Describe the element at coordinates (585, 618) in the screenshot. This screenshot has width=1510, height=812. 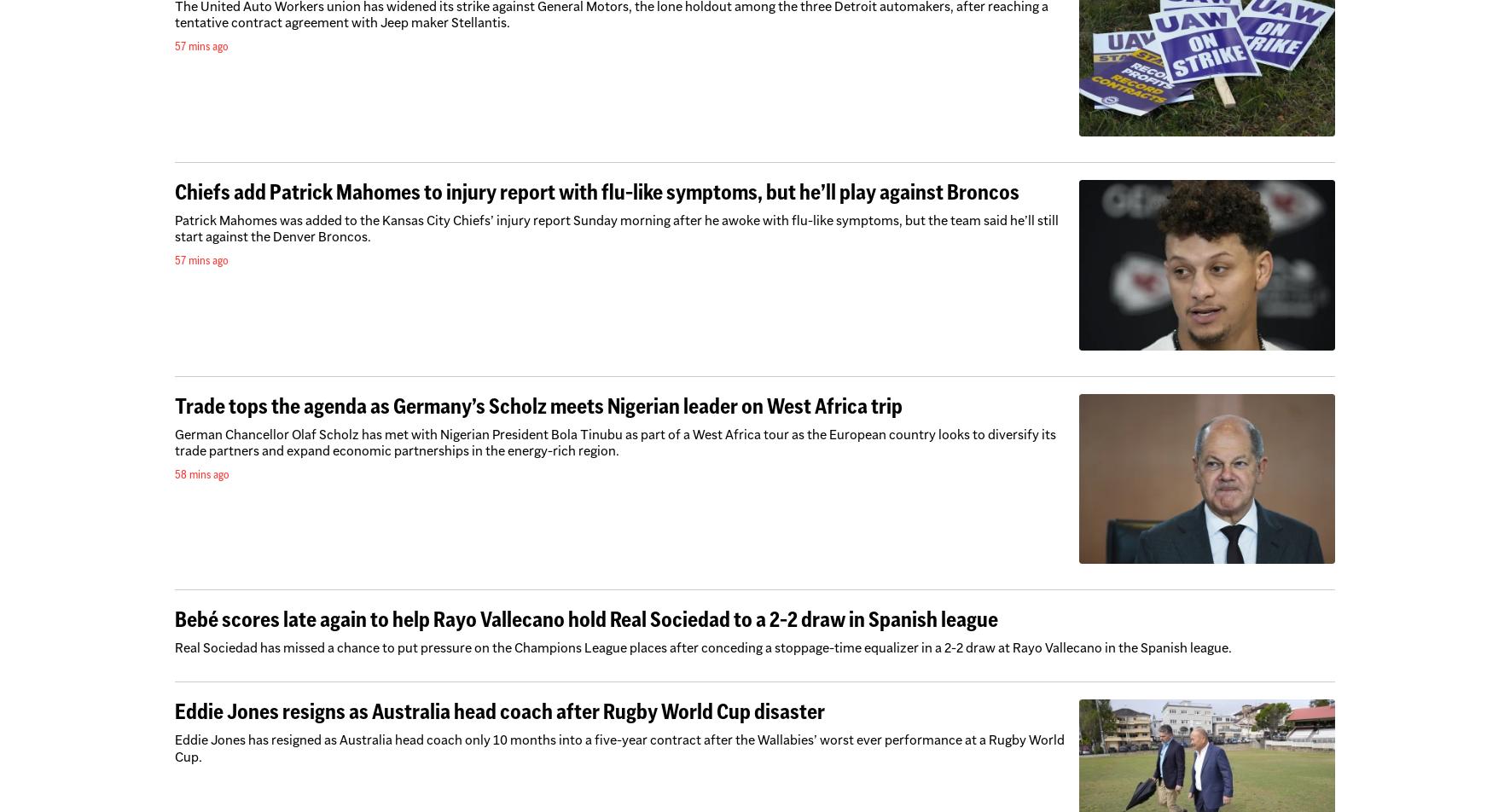
I see `'Bebé scores late again to help Rayo Vallecano hold Real Sociedad to a 2-2 draw in Spanish league'` at that location.